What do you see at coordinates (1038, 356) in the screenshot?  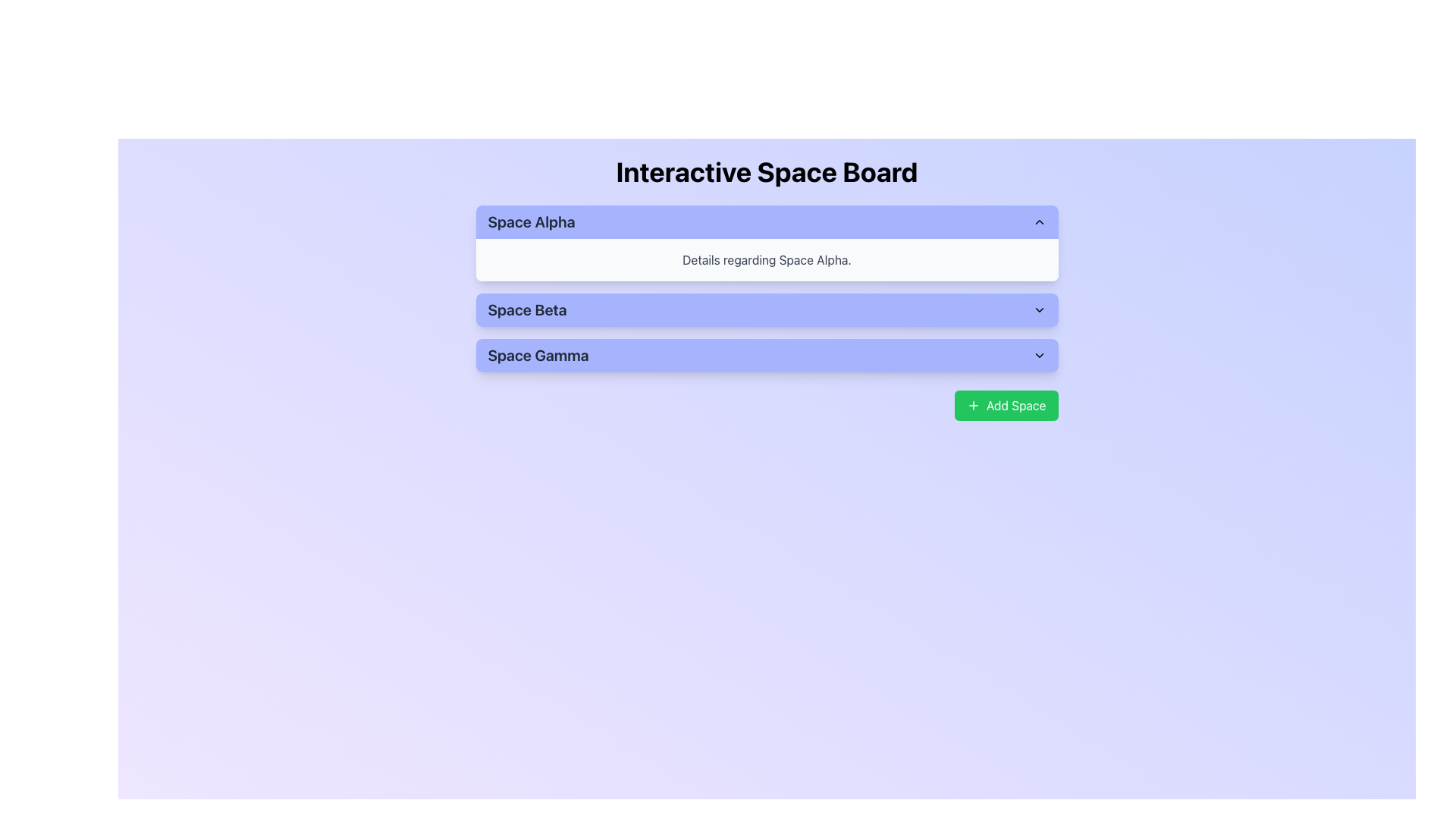 I see `the dropdown toggle icon located to the right of the 'Space Gamma' text` at bounding box center [1038, 356].